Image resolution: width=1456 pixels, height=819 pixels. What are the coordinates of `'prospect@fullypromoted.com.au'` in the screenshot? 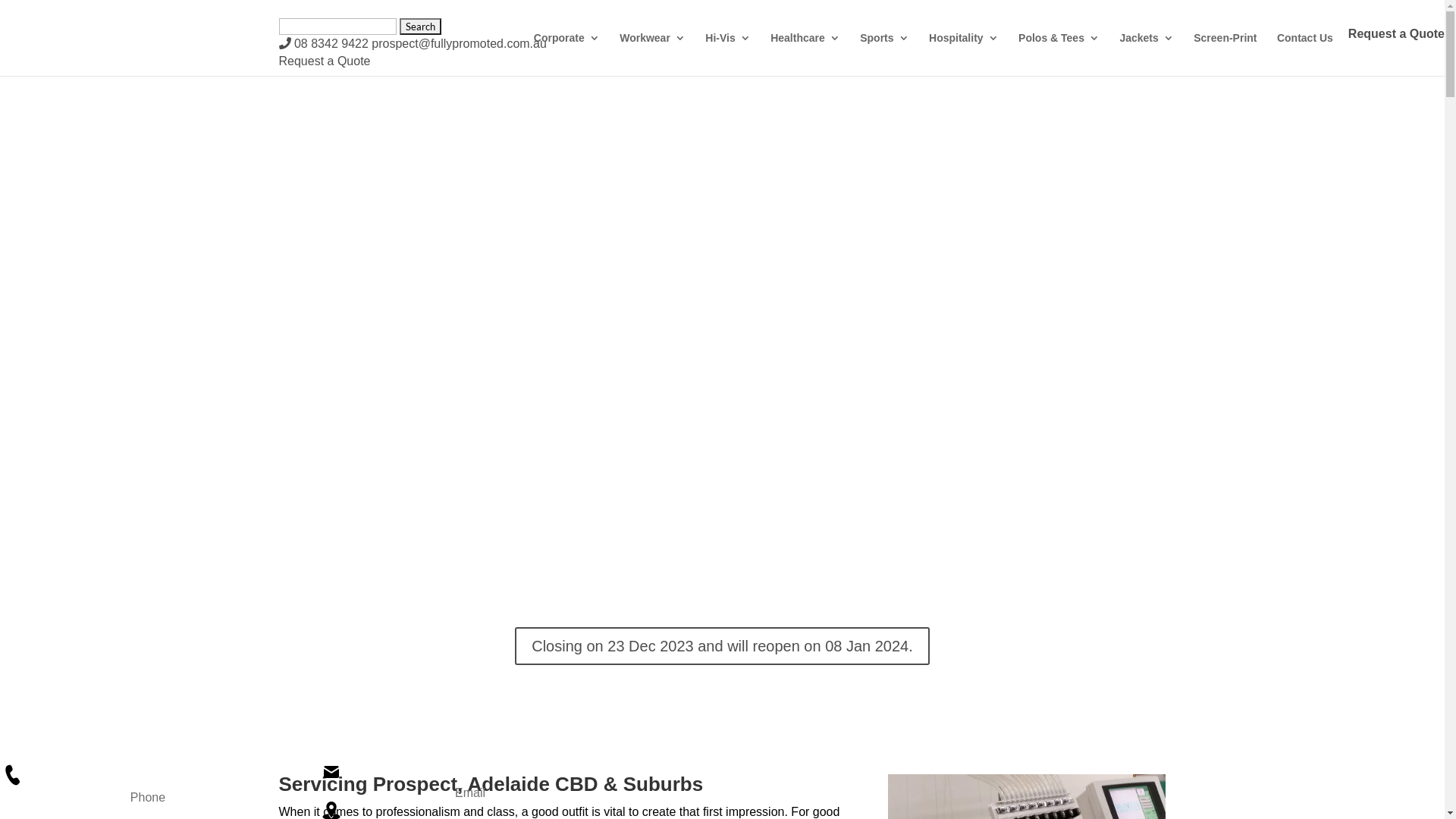 It's located at (458, 42).